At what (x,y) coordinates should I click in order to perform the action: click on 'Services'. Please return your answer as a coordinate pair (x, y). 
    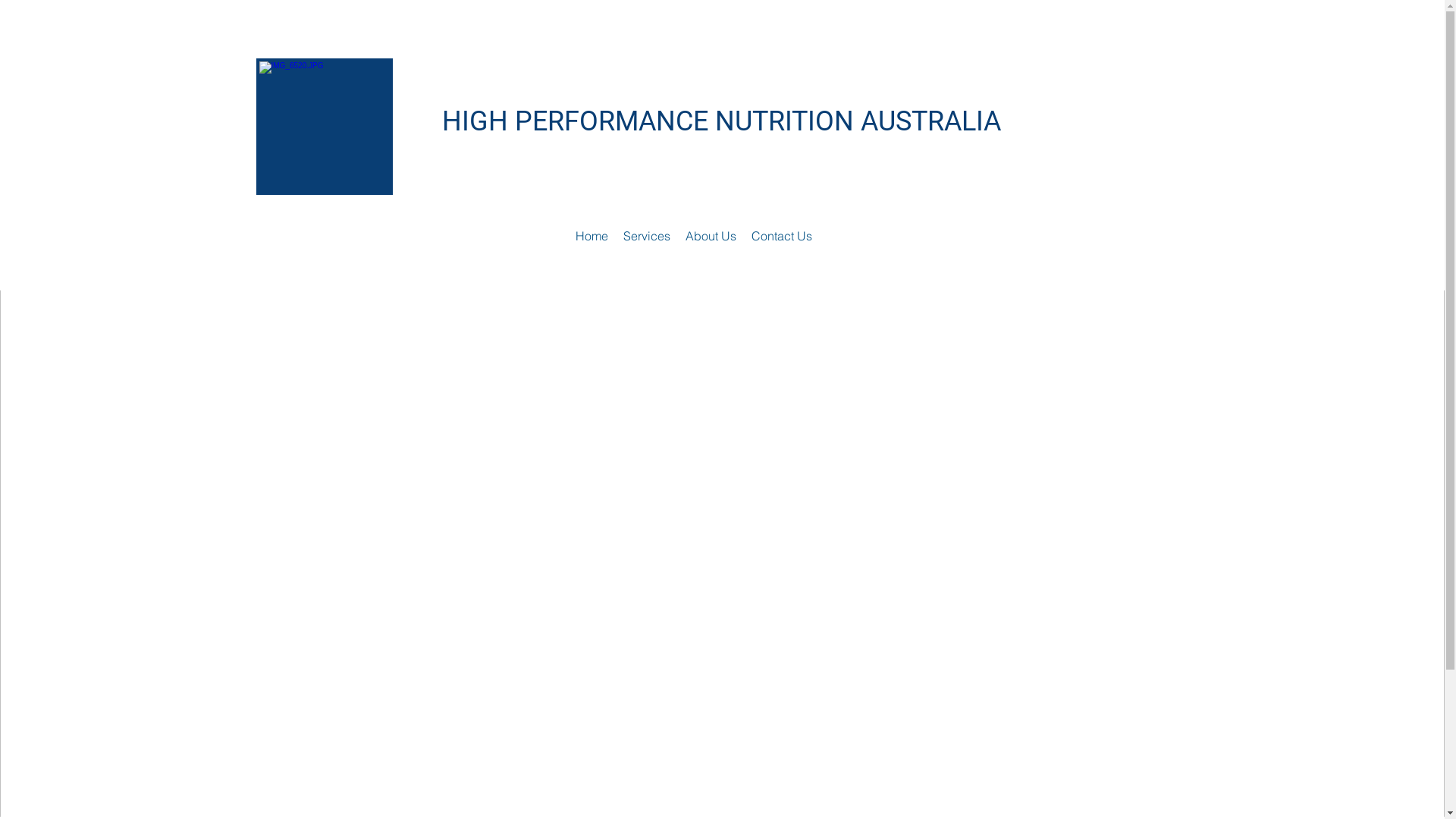
    Looking at the image, I should click on (647, 236).